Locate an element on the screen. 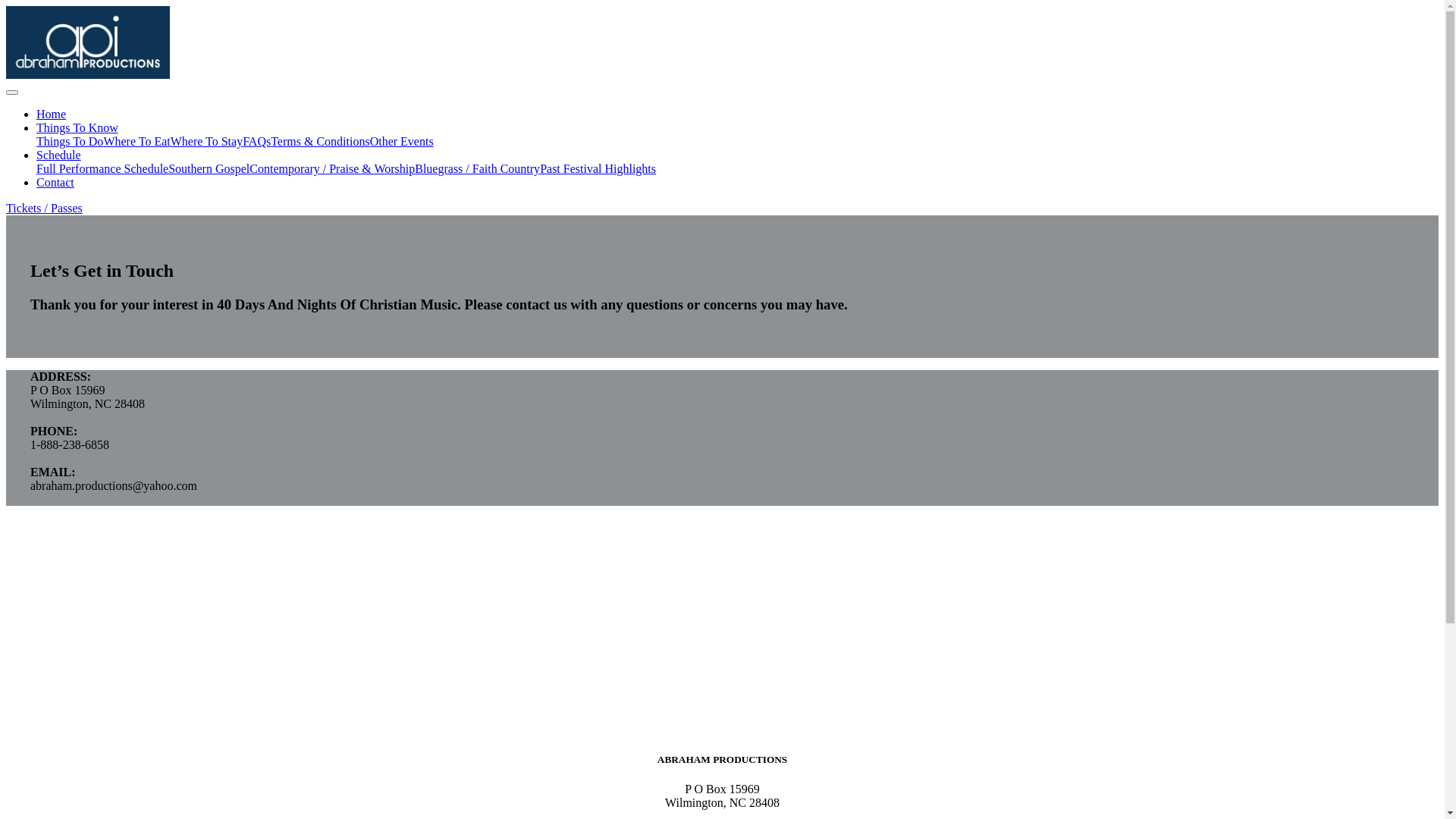 The height and width of the screenshot is (819, 1456). 'Bluegrass / Faith Country' is located at coordinates (476, 168).